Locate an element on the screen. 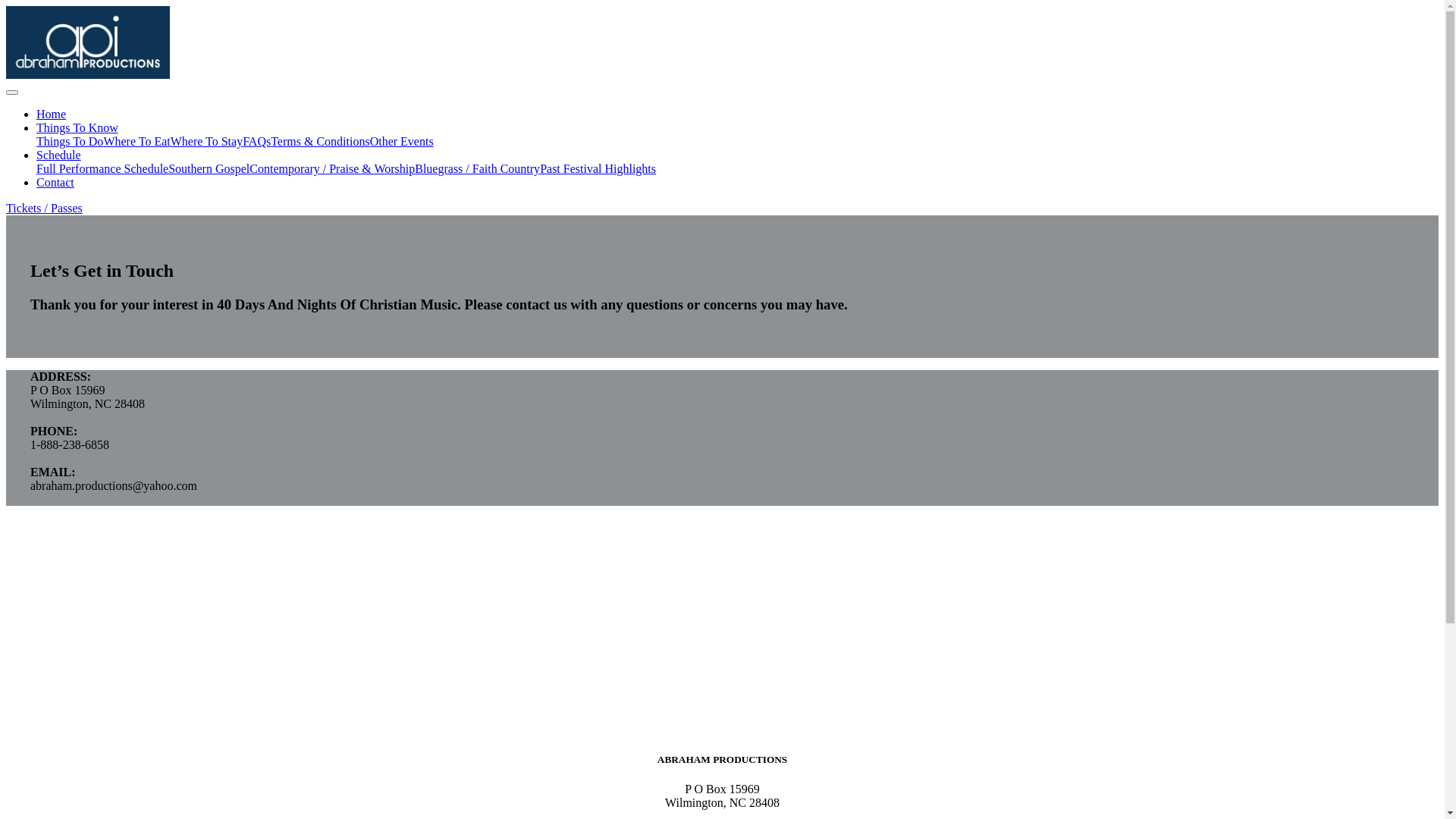 The height and width of the screenshot is (819, 1456). 'Bluegrass / Faith Country' is located at coordinates (476, 168).